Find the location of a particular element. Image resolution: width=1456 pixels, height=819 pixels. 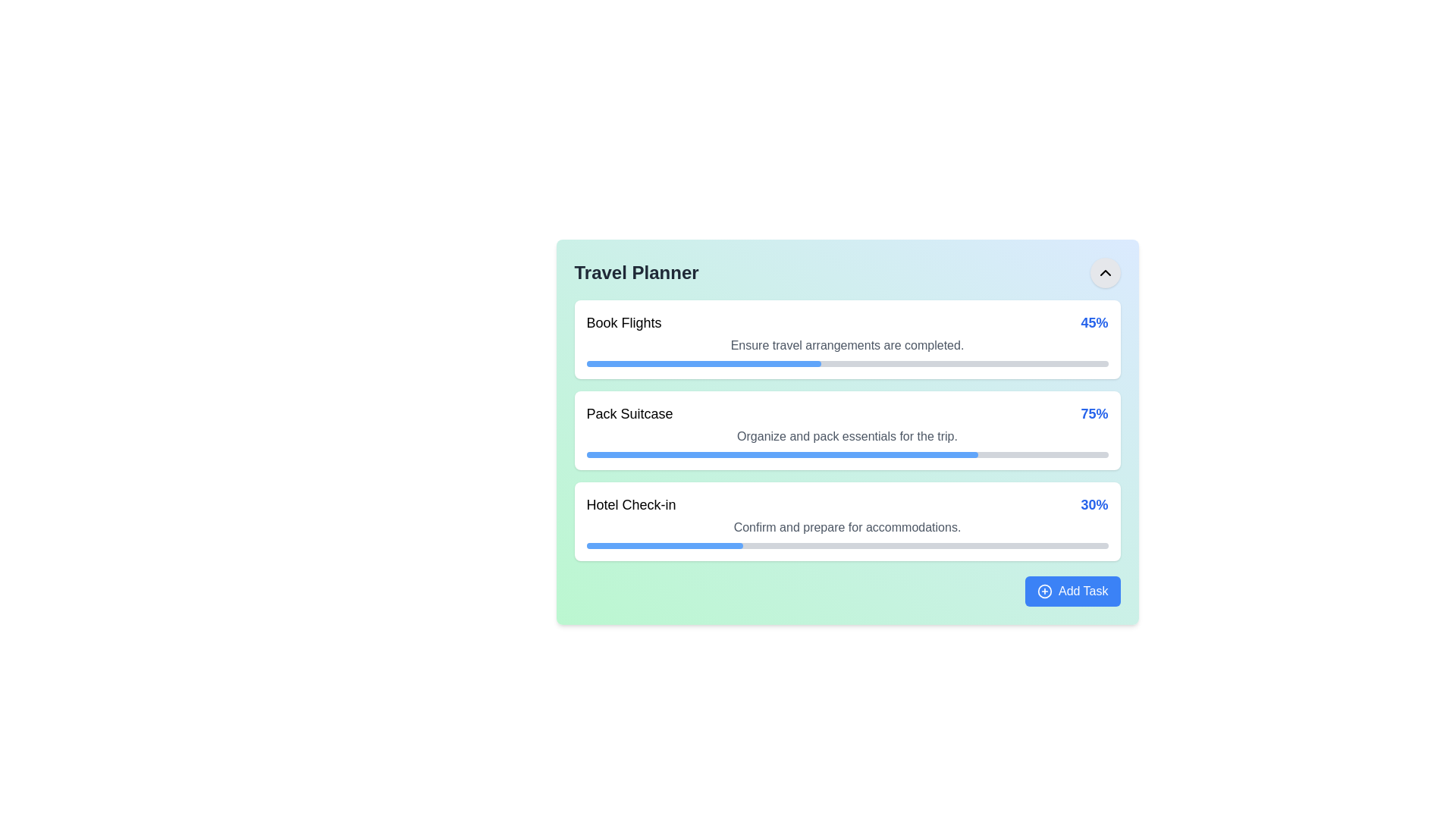

the progress bar segment that visually represents the completion percentage (45%) of the 'Book Flights' task in the 'Travel Planner' is located at coordinates (703, 363).